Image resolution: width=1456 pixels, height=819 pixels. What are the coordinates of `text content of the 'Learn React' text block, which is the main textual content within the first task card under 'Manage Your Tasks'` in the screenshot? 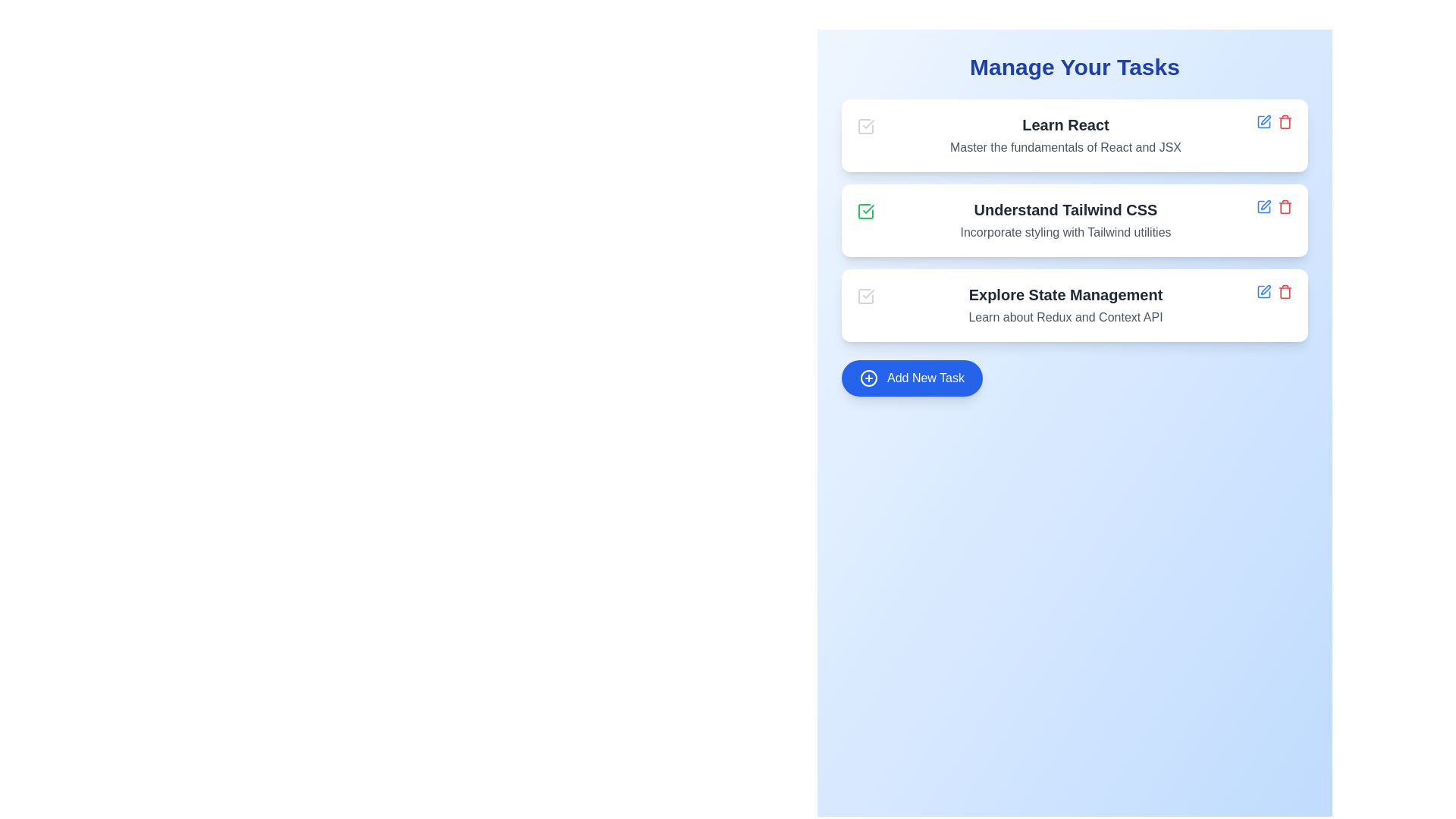 It's located at (1065, 134).